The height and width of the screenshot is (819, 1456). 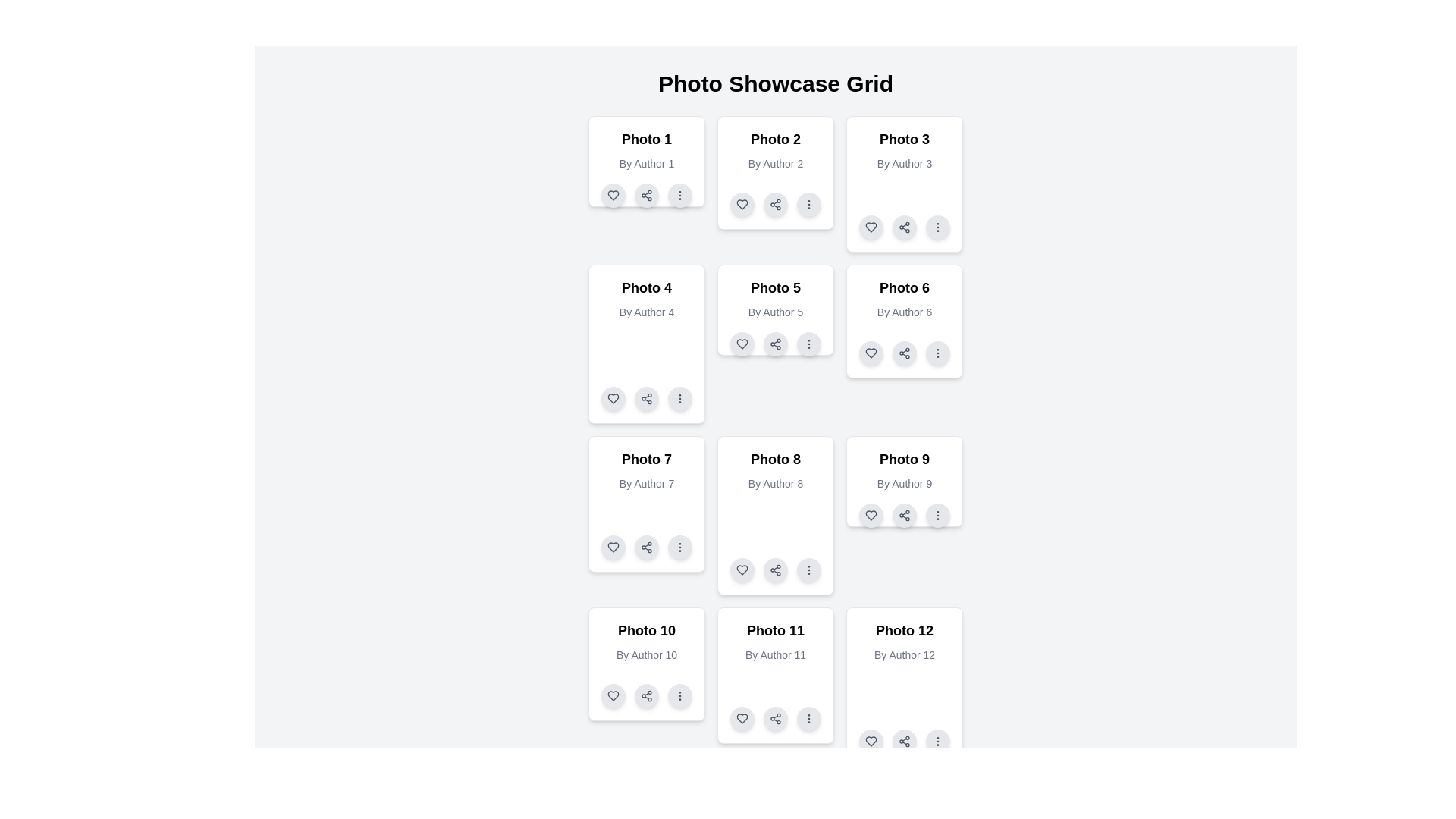 I want to click on the share button icon located in the third position from the left in the topmost row of the 'Photo 3' card, so click(x=905, y=227).